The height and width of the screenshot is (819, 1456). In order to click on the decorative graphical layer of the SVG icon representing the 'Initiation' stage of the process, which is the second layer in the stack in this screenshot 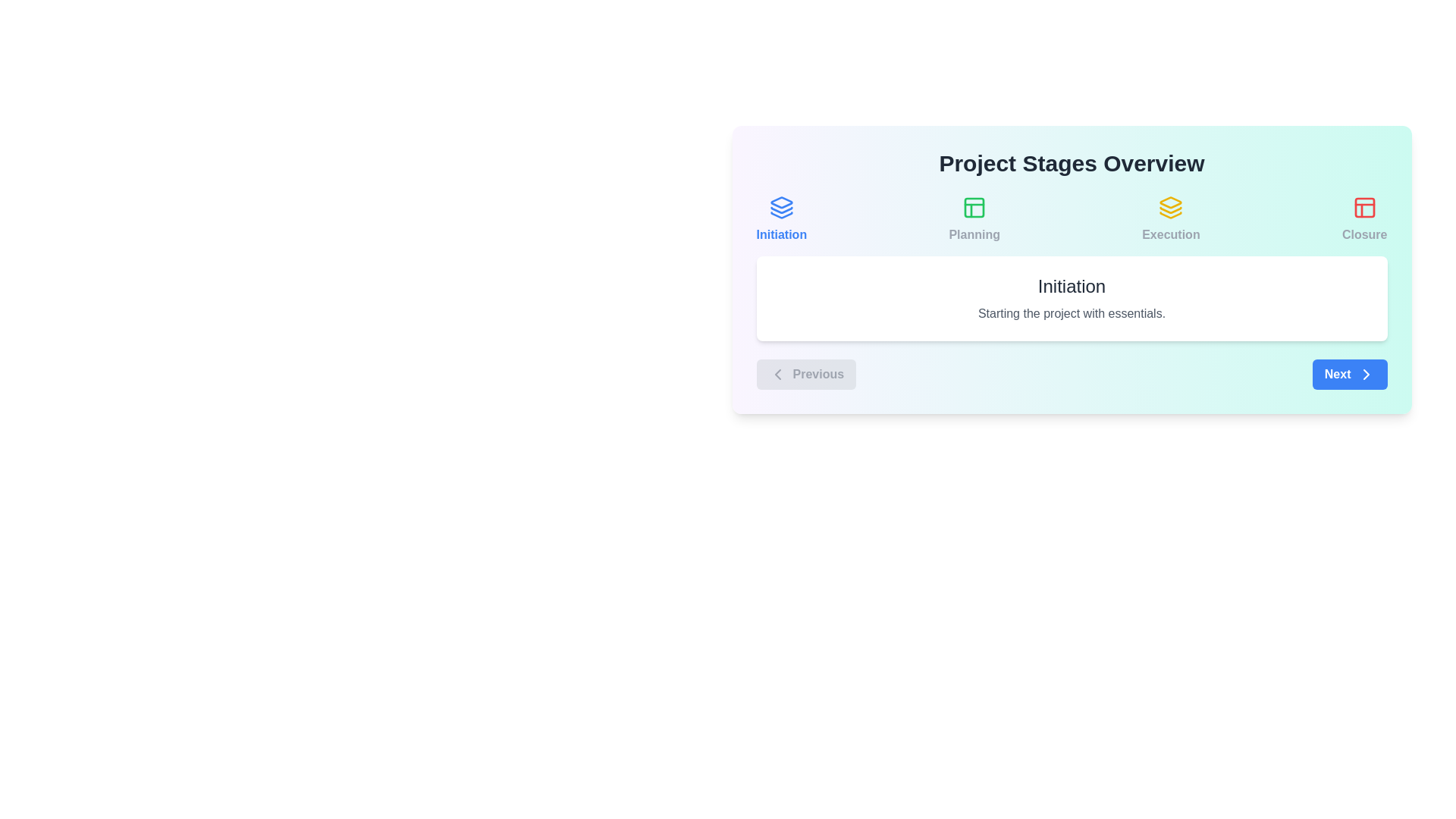, I will do `click(781, 210)`.